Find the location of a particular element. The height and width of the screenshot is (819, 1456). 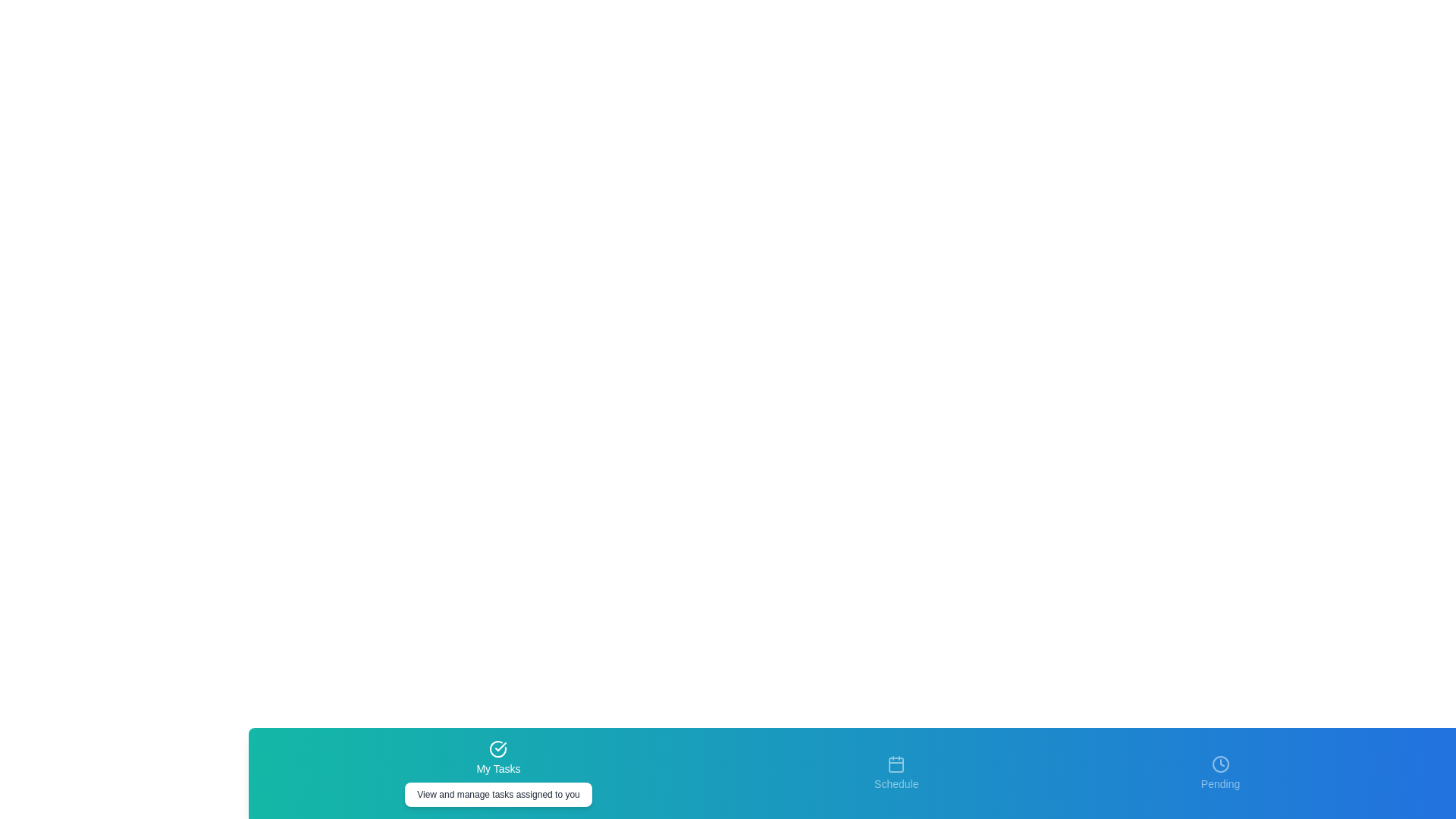

the tab labeled My Tasks to see its hover effect is located at coordinates (498, 773).